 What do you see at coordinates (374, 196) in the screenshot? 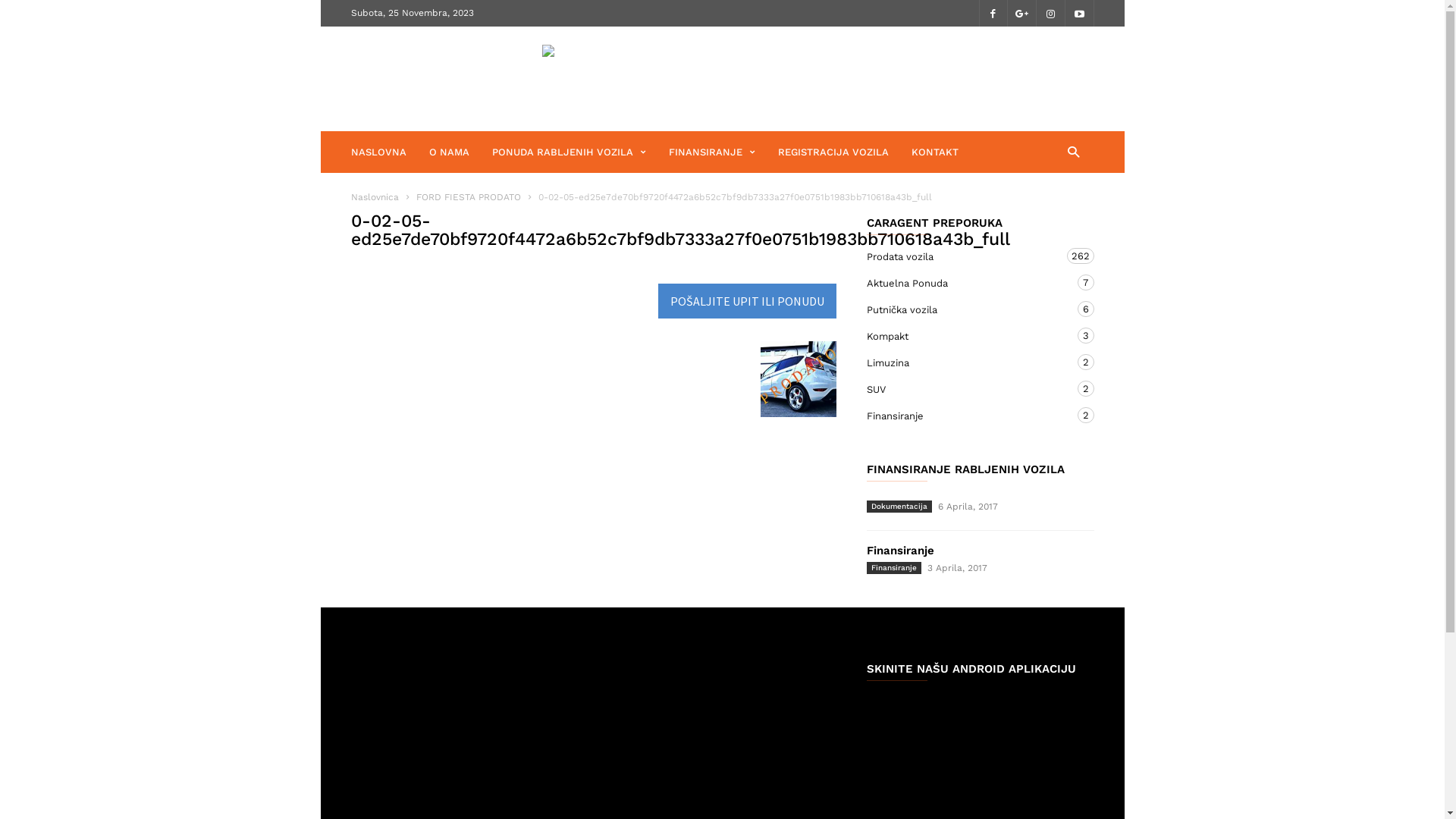
I see `'Naslovnica'` at bounding box center [374, 196].